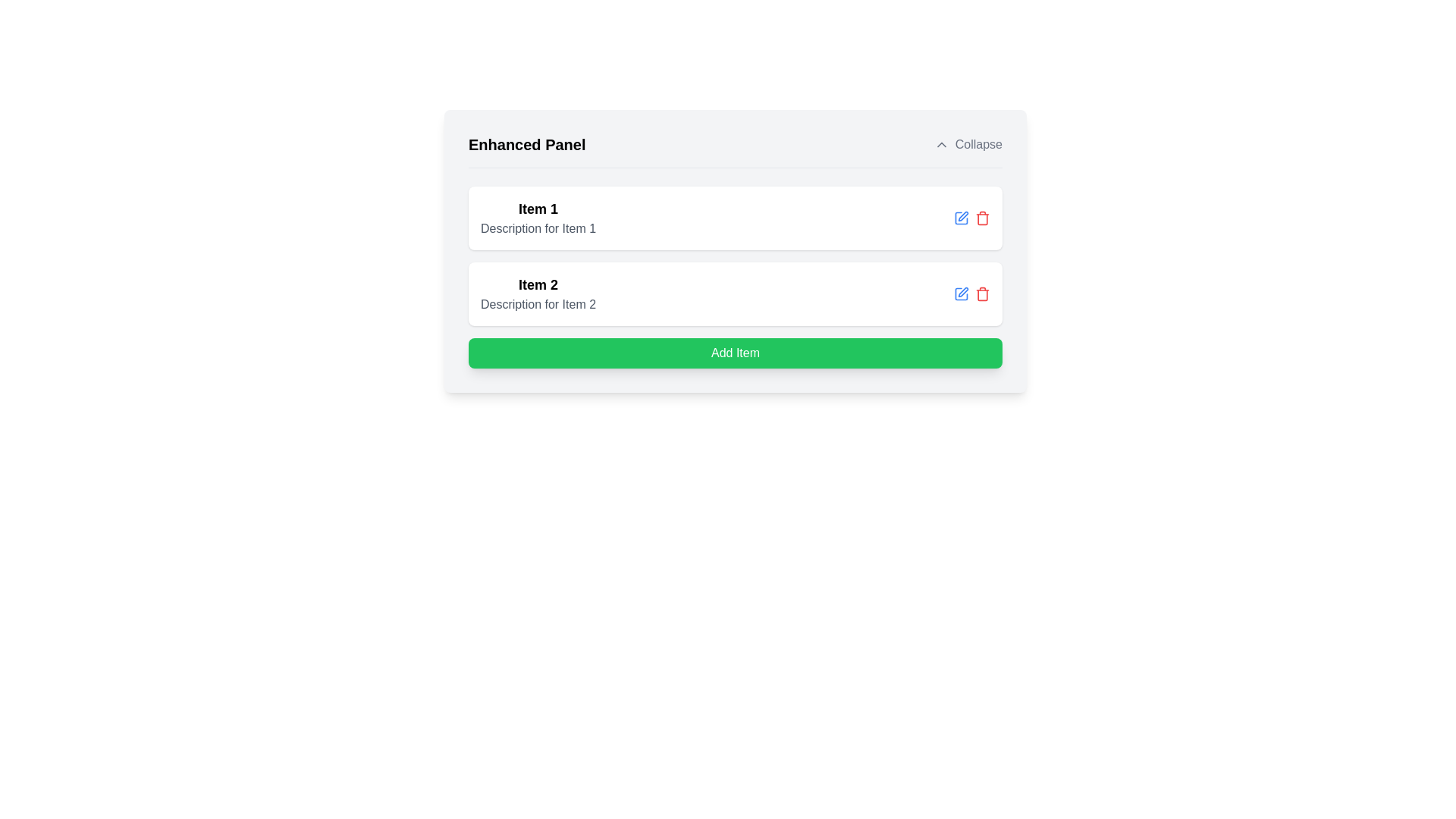 This screenshot has height=819, width=1456. I want to click on the trash icon, which appears as a red icon with a trash bin shape, so click(983, 294).